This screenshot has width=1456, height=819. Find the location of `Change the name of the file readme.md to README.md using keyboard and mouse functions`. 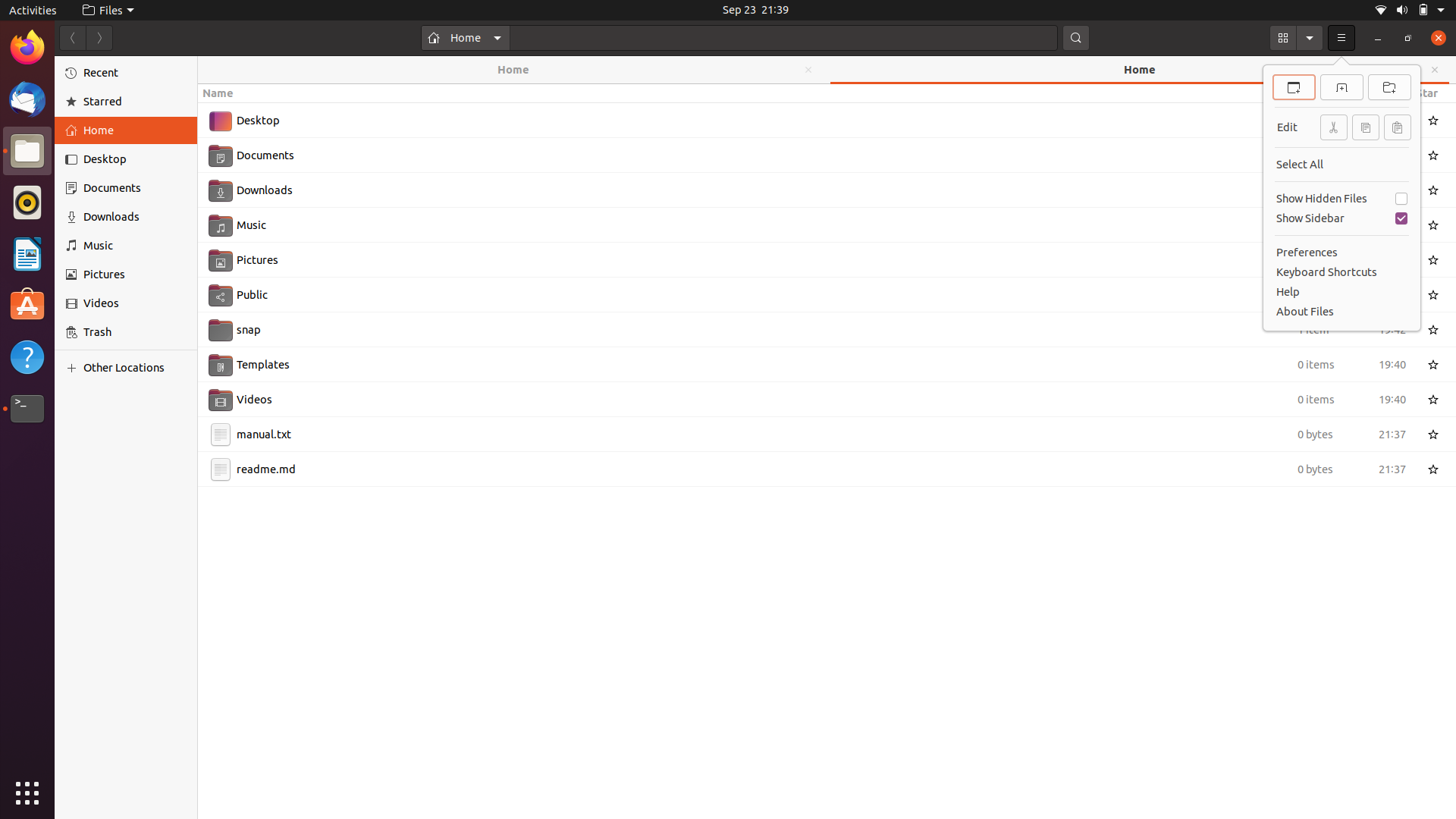

Change the name of the file readme.md to README.md using keyboard and mouse functions is located at coordinates (810, 467).